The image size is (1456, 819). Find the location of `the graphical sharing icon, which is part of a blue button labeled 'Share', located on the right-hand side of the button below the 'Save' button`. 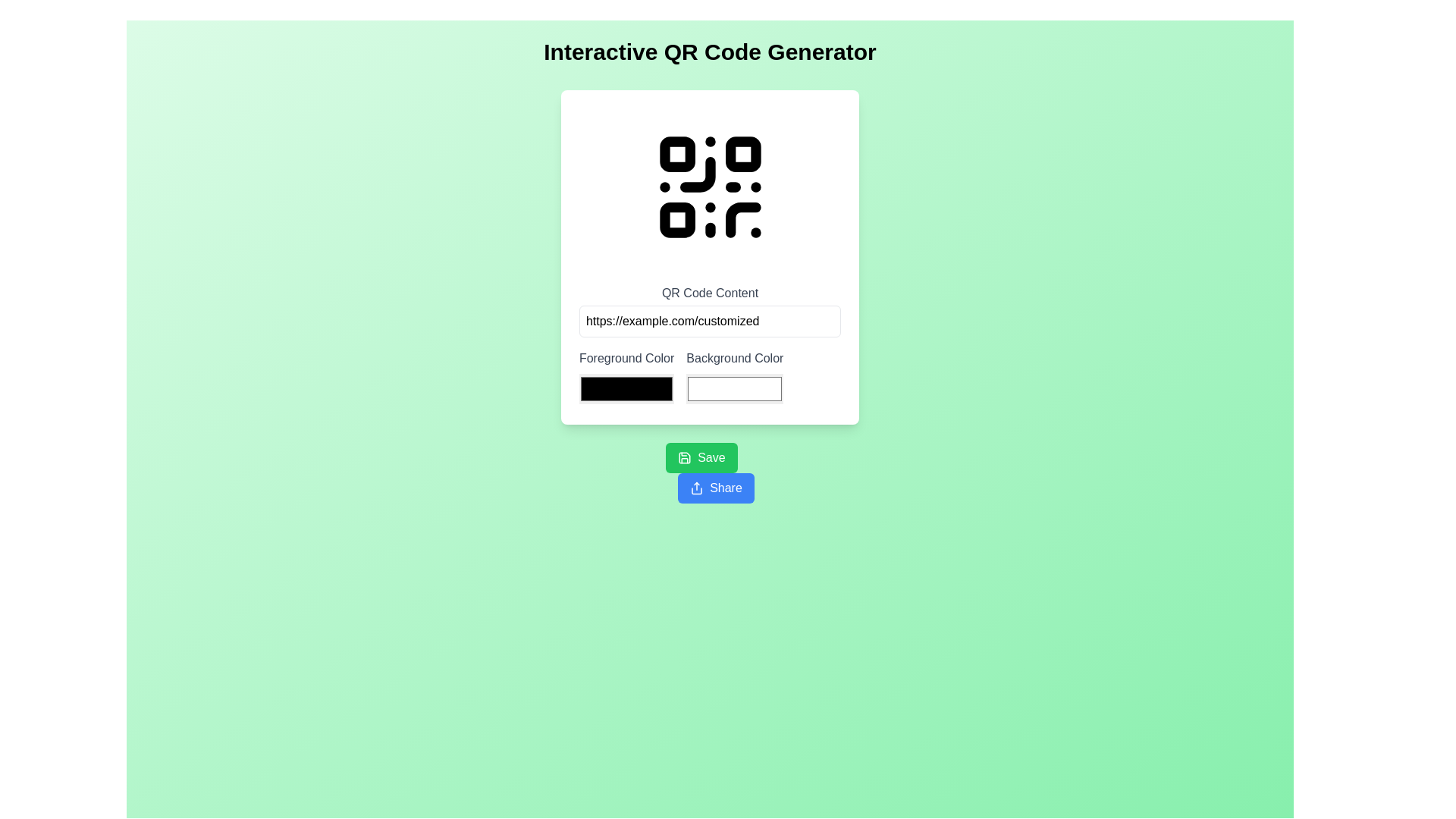

the graphical sharing icon, which is part of a blue button labeled 'Share', located on the right-hand side of the button below the 'Save' button is located at coordinates (696, 488).